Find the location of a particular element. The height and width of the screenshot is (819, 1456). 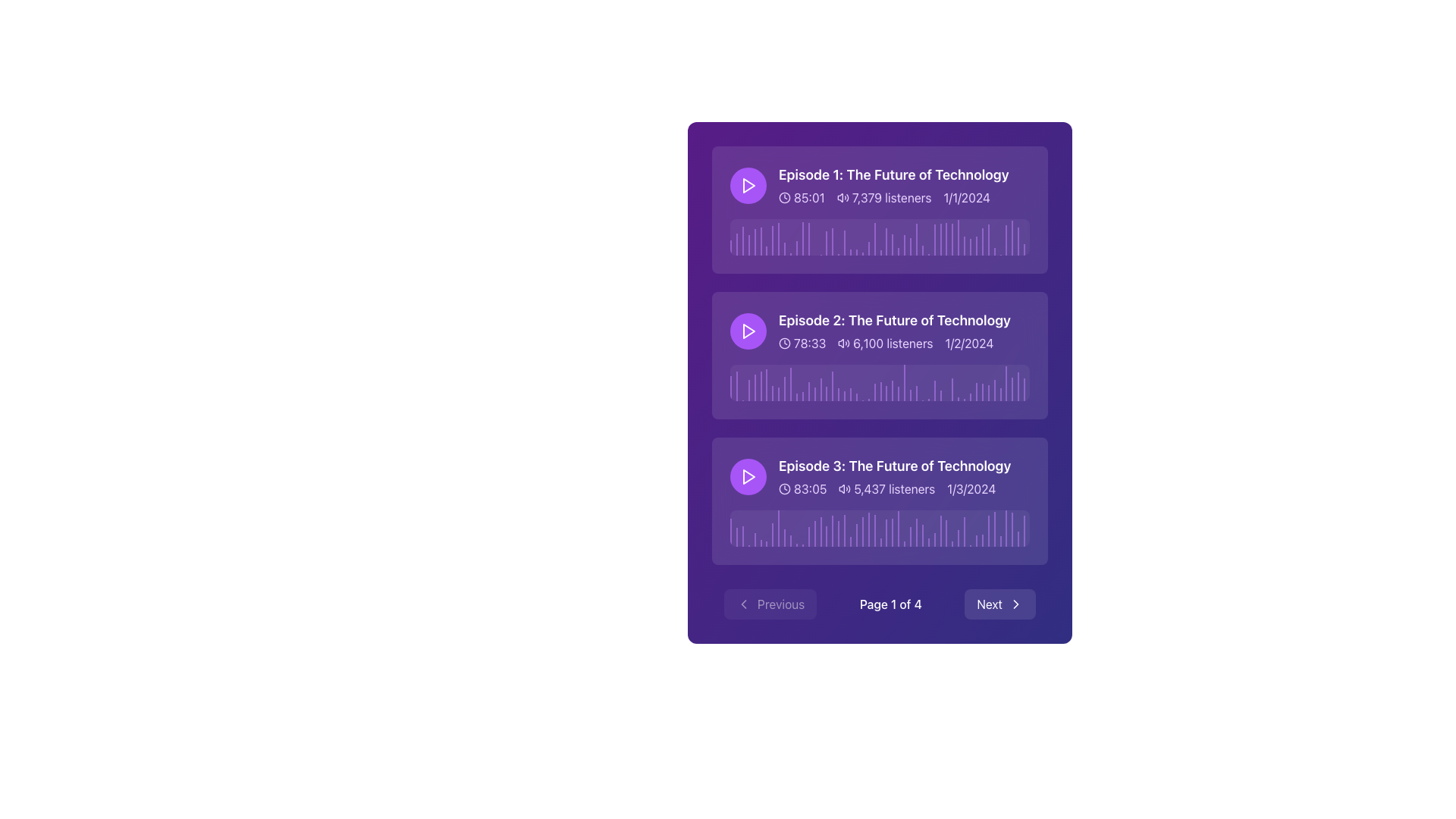

the audio-related icon located to the left of the text '6,100 listeners' in the second item of the vertical episode list is located at coordinates (843, 343).